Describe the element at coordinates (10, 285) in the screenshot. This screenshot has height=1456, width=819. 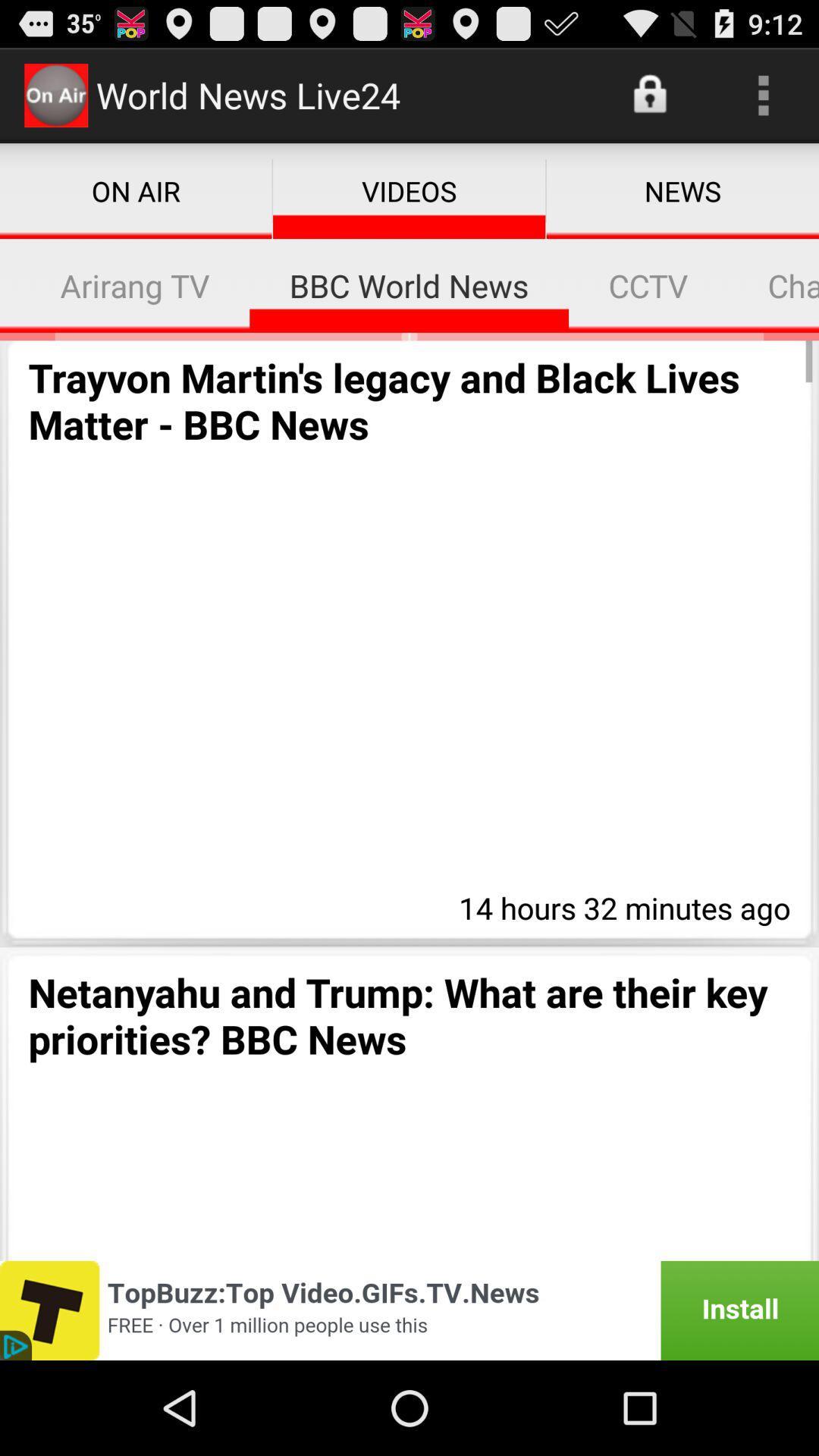
I see `the item above the trayvon martin s` at that location.